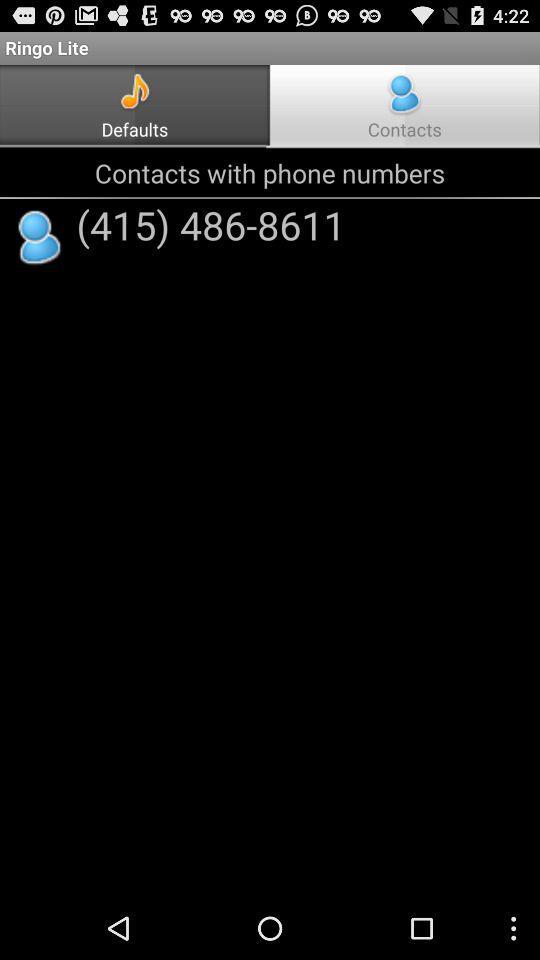 Image resolution: width=540 pixels, height=960 pixels. What do you see at coordinates (210, 224) in the screenshot?
I see `the (415) 486-8611 icon` at bounding box center [210, 224].